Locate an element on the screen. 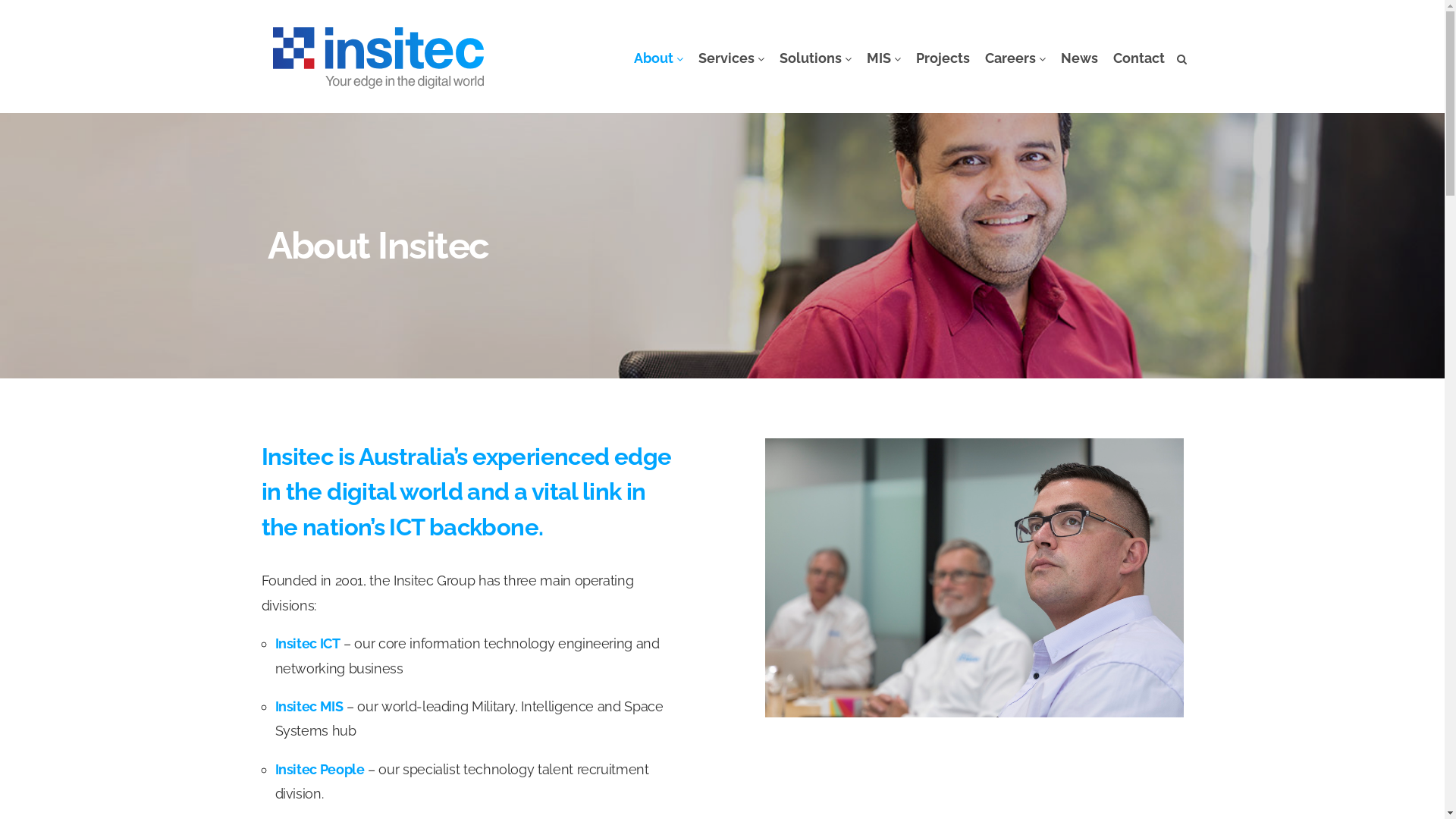 The width and height of the screenshot is (1456, 819). 'News' is located at coordinates (1078, 58).